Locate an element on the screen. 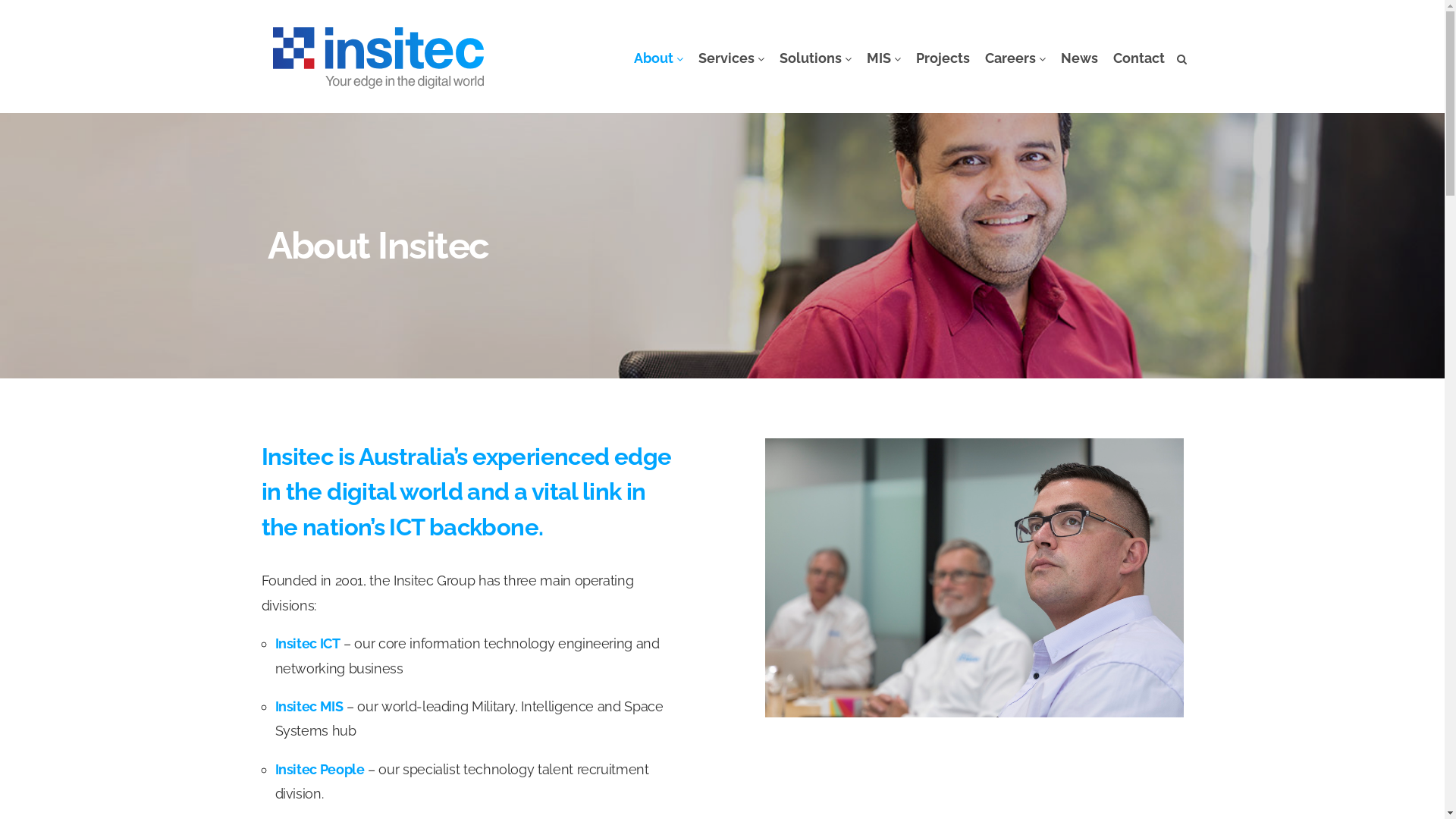 The width and height of the screenshot is (1456, 819). 'News' is located at coordinates (1078, 58).